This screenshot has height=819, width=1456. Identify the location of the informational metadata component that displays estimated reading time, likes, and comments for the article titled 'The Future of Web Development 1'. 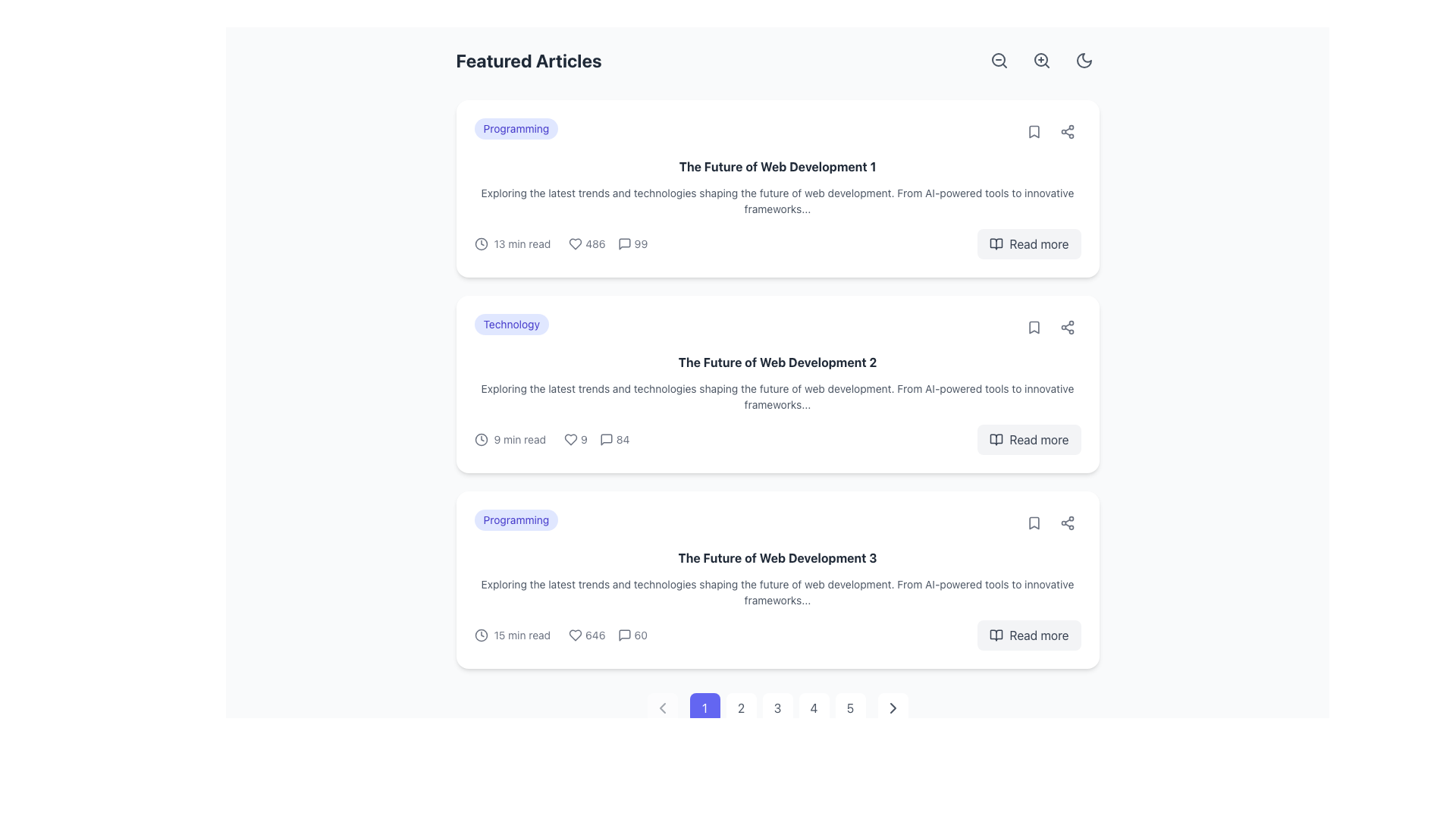
(560, 243).